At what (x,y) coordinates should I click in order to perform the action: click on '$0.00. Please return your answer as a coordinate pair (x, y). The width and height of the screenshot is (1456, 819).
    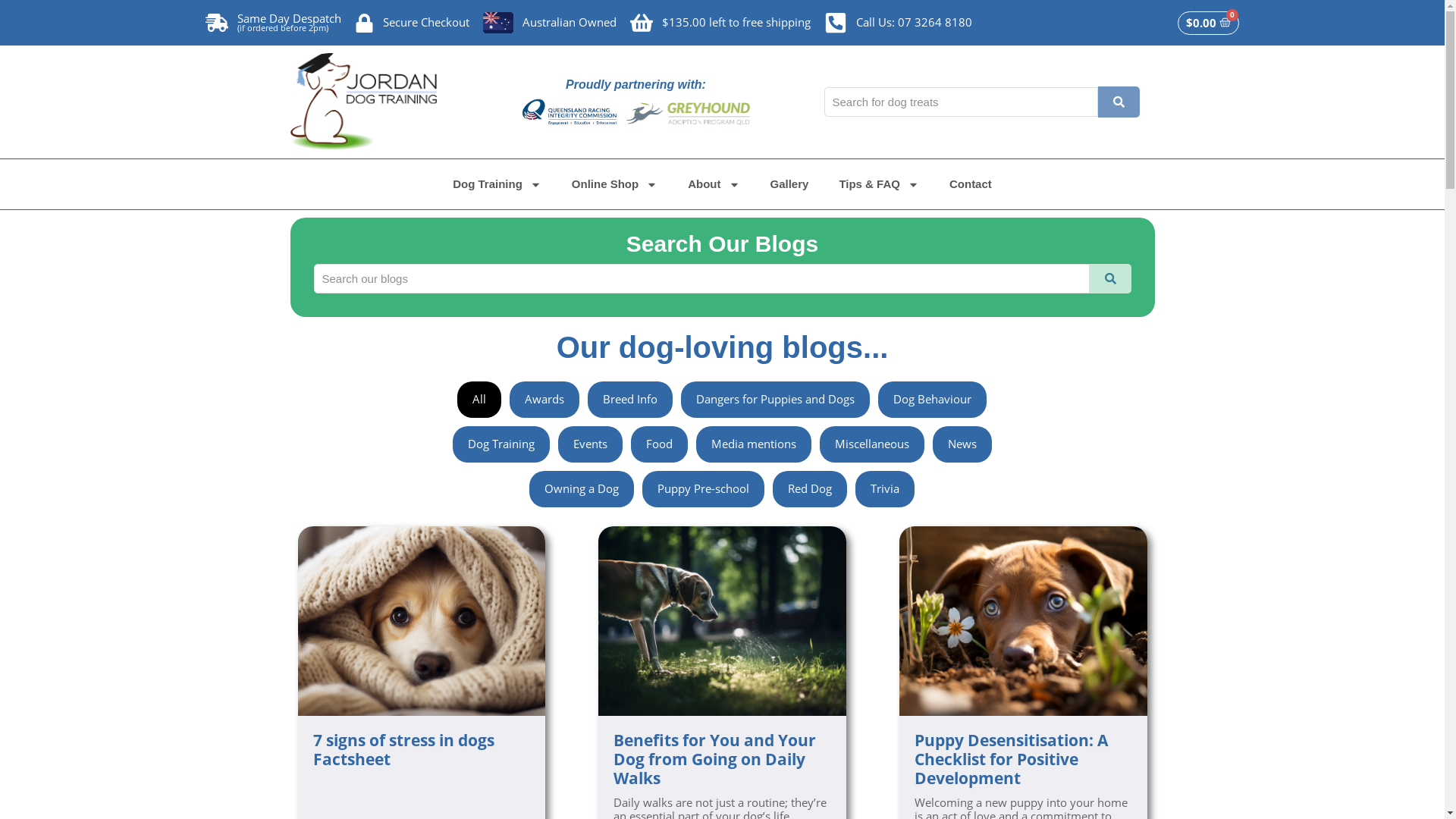
    Looking at the image, I should click on (1207, 22).